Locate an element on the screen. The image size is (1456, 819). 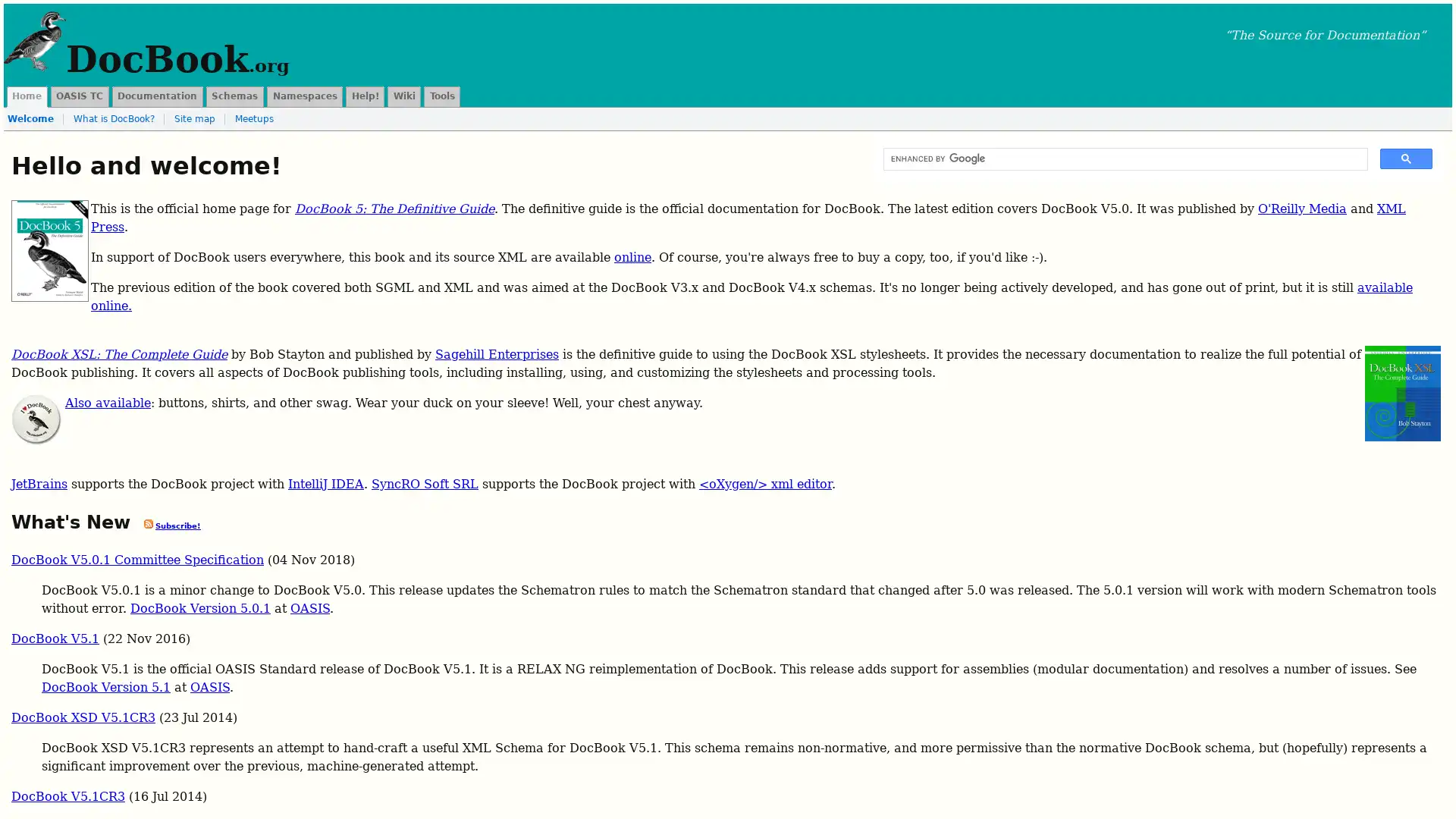
search is located at coordinates (1405, 158).